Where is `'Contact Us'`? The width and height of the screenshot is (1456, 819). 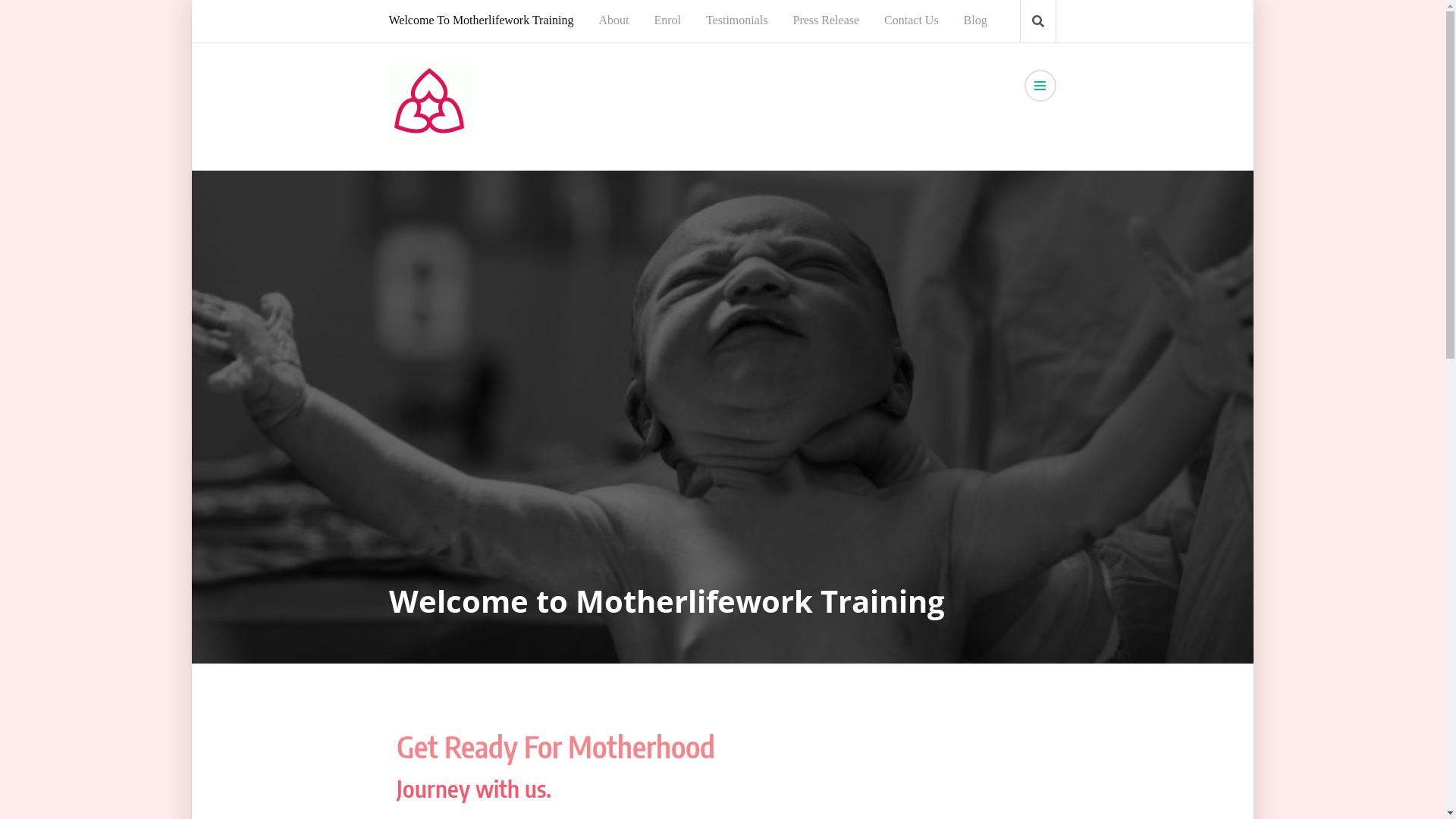 'Contact Us' is located at coordinates (910, 20).